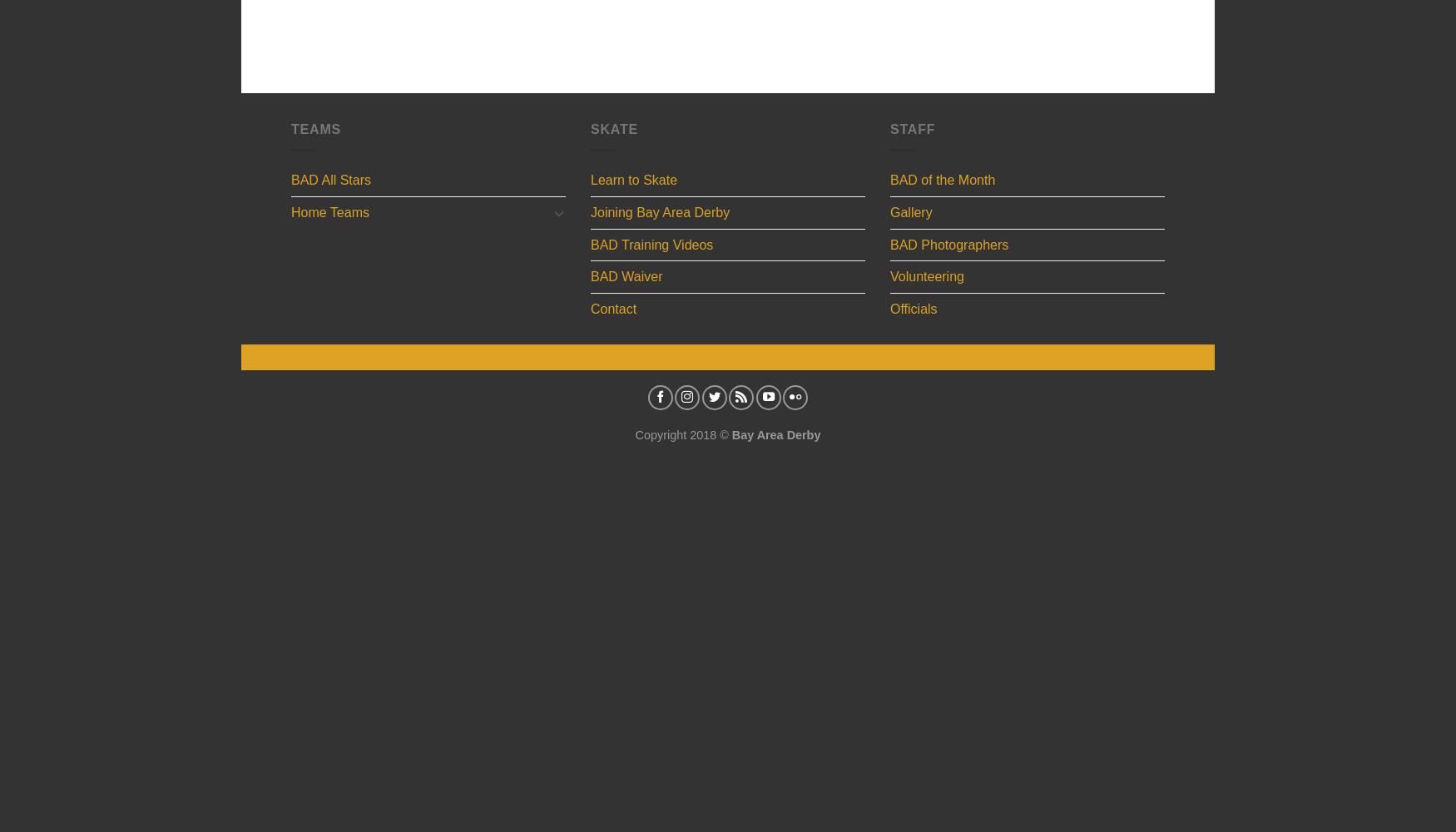 This screenshot has width=1456, height=832. Describe the element at coordinates (590, 212) in the screenshot. I see `'Joining Bay Area Derby'` at that location.